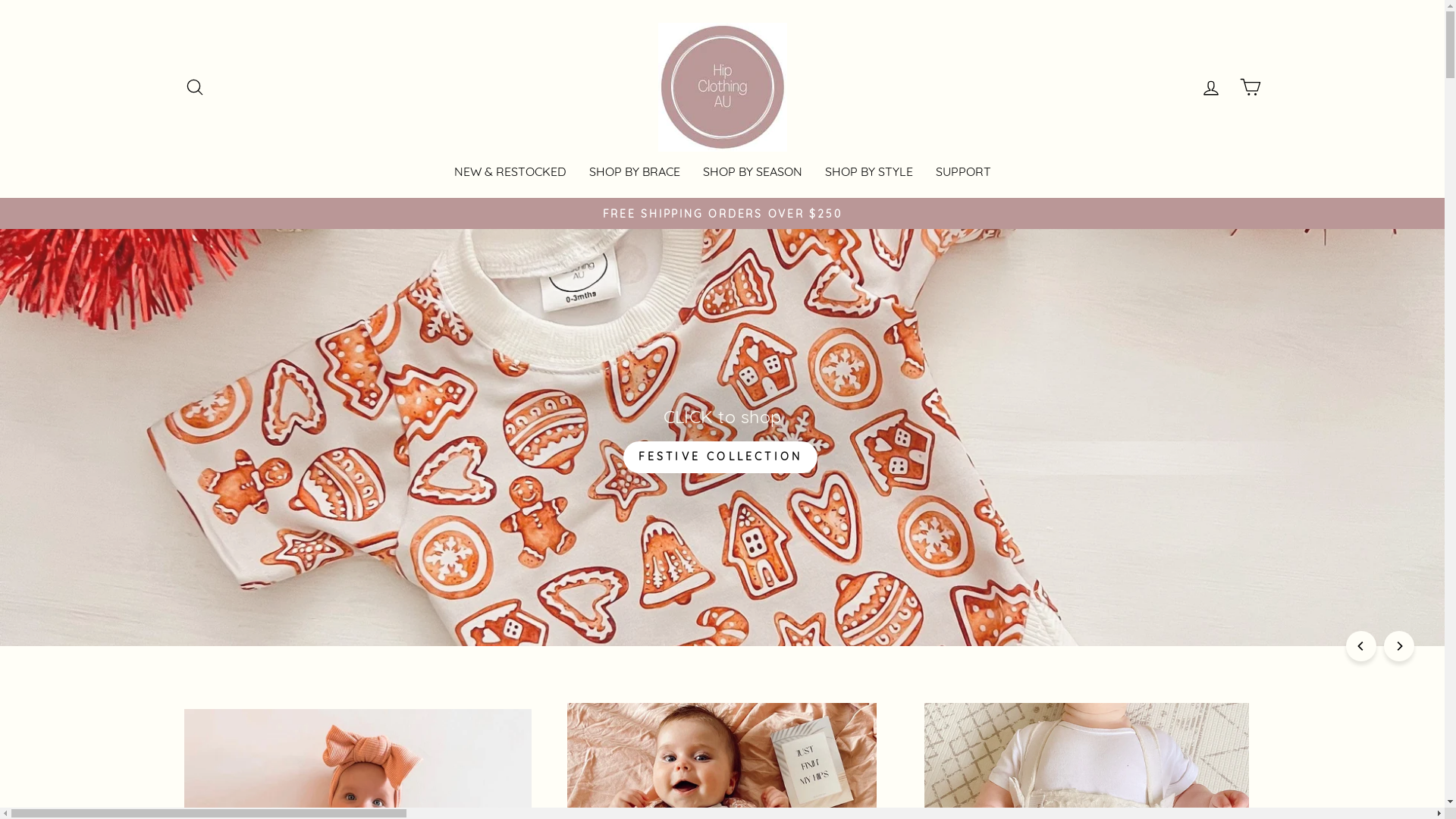  What do you see at coordinates (868, 171) in the screenshot?
I see `'SHOP BY STYLE'` at bounding box center [868, 171].